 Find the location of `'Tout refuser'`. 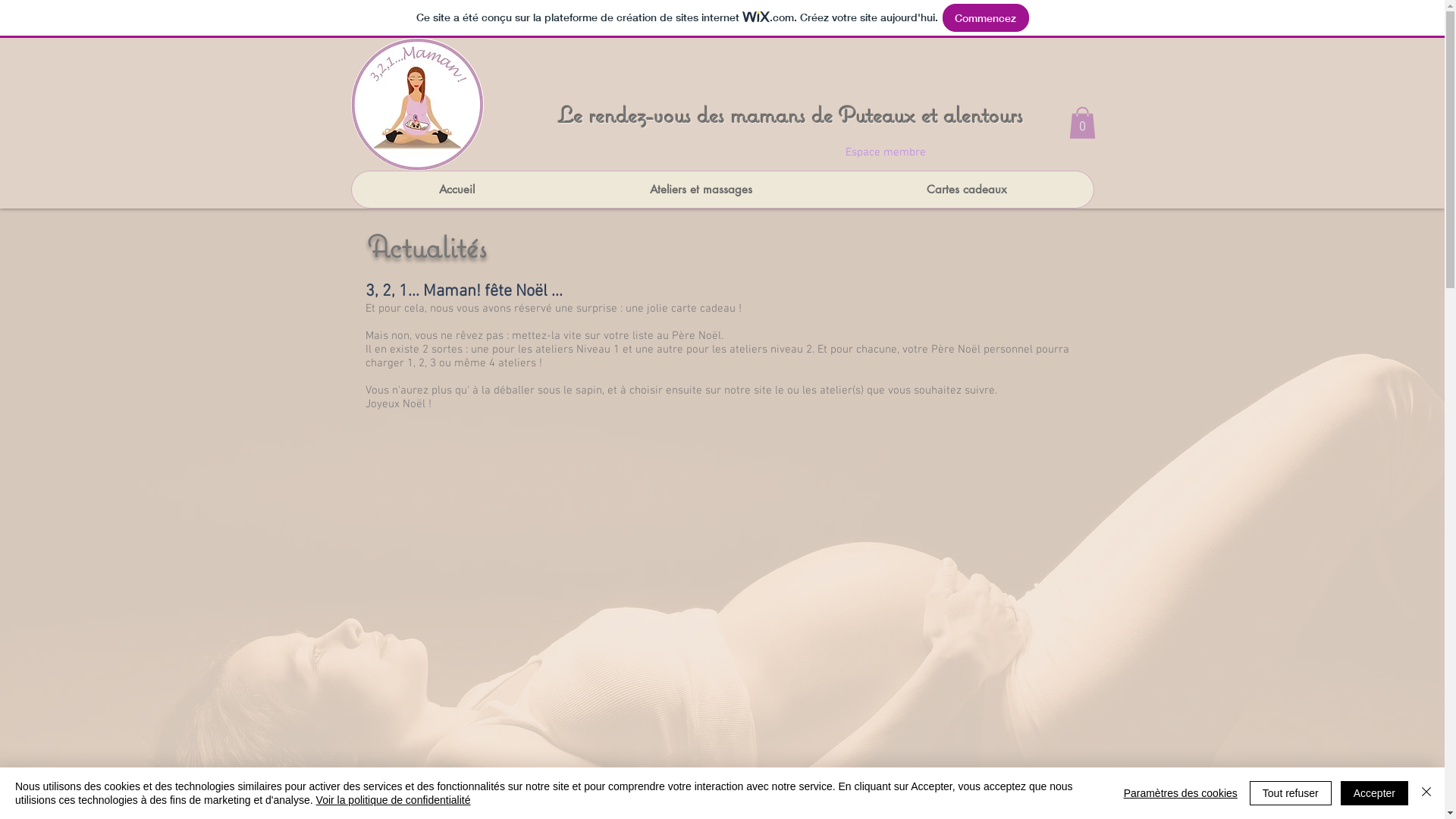

'Tout refuser' is located at coordinates (1290, 792).